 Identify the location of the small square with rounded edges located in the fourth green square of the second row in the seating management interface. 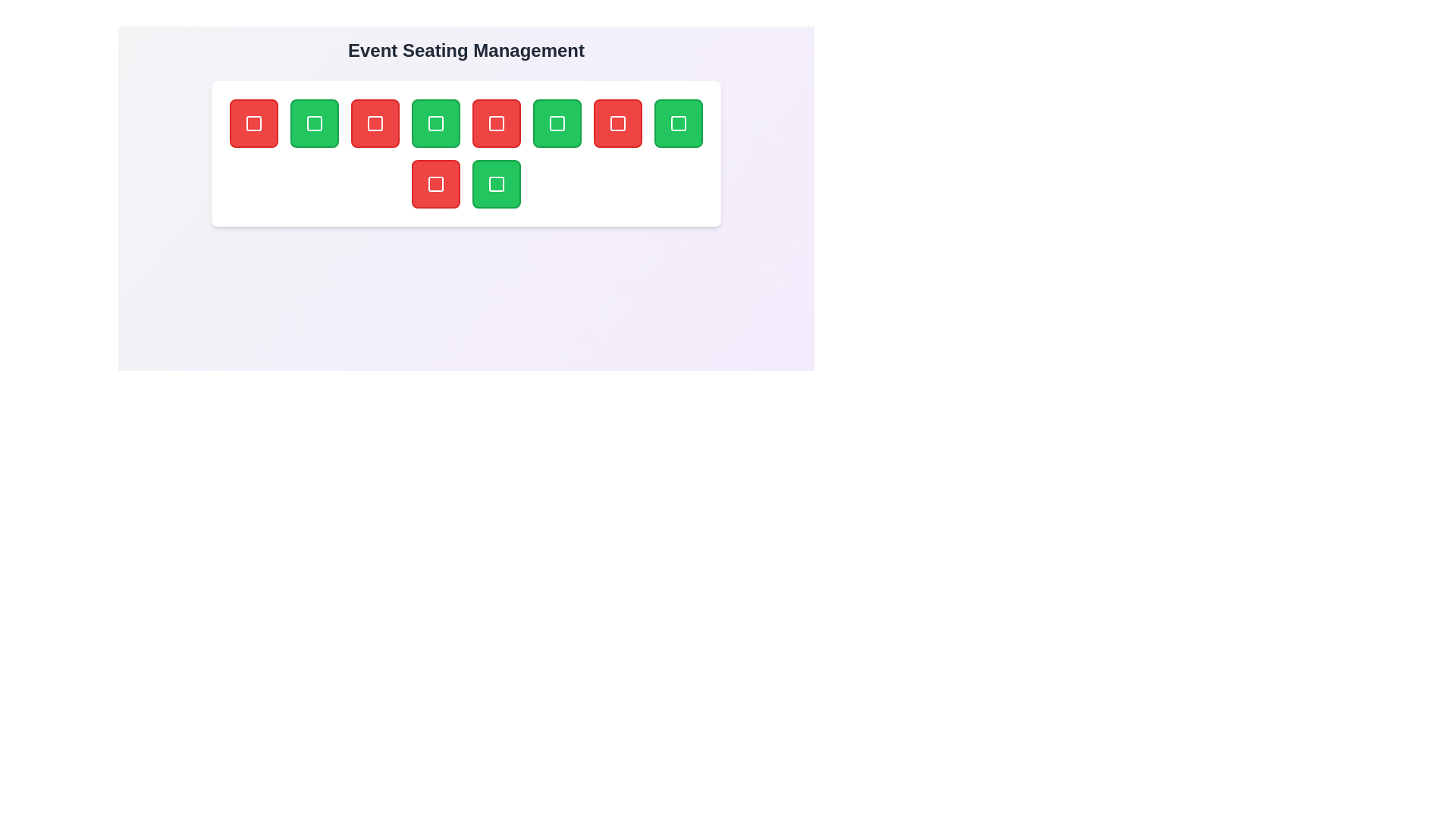
(496, 184).